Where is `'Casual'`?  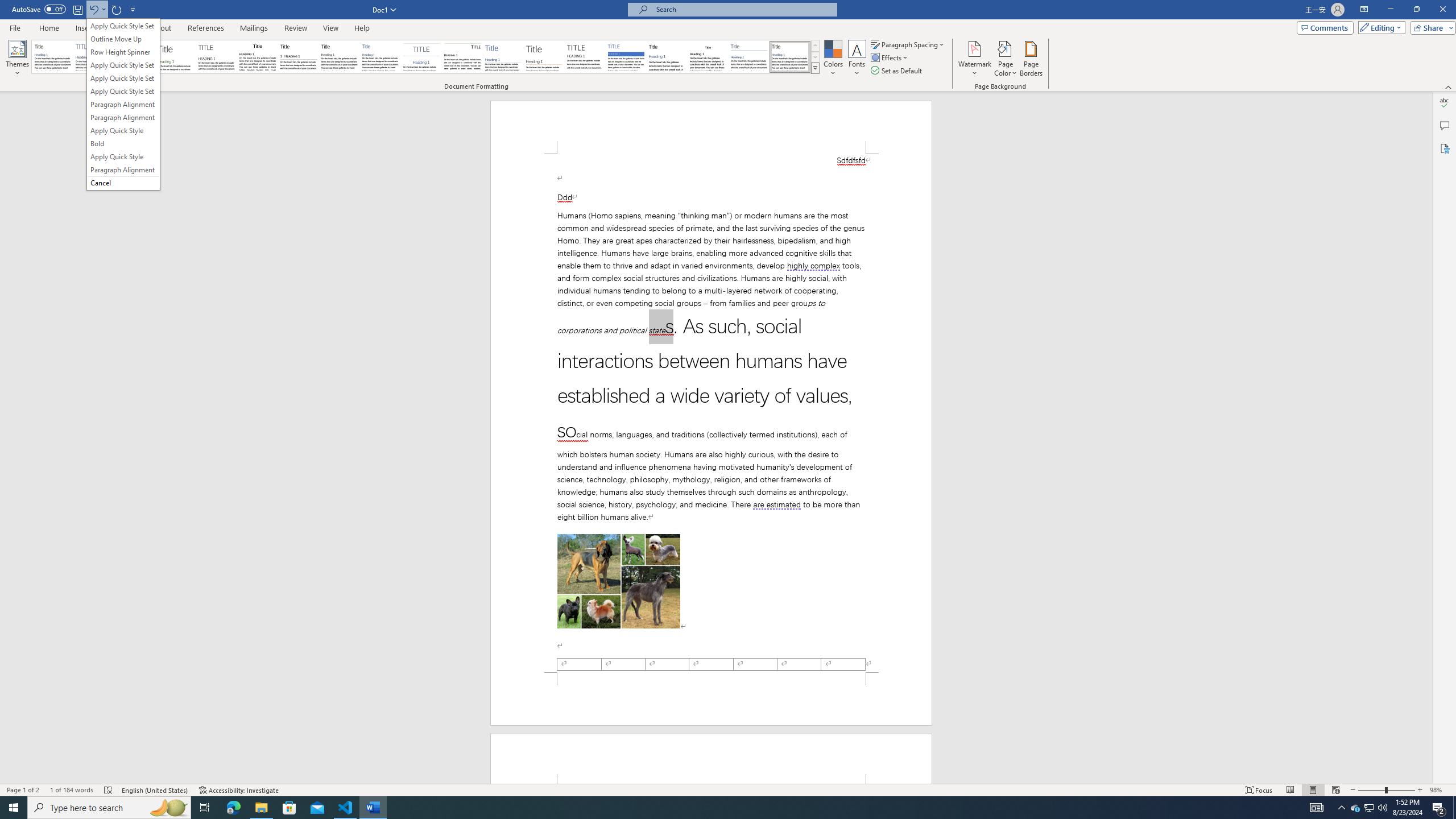 'Casual' is located at coordinates (380, 56).